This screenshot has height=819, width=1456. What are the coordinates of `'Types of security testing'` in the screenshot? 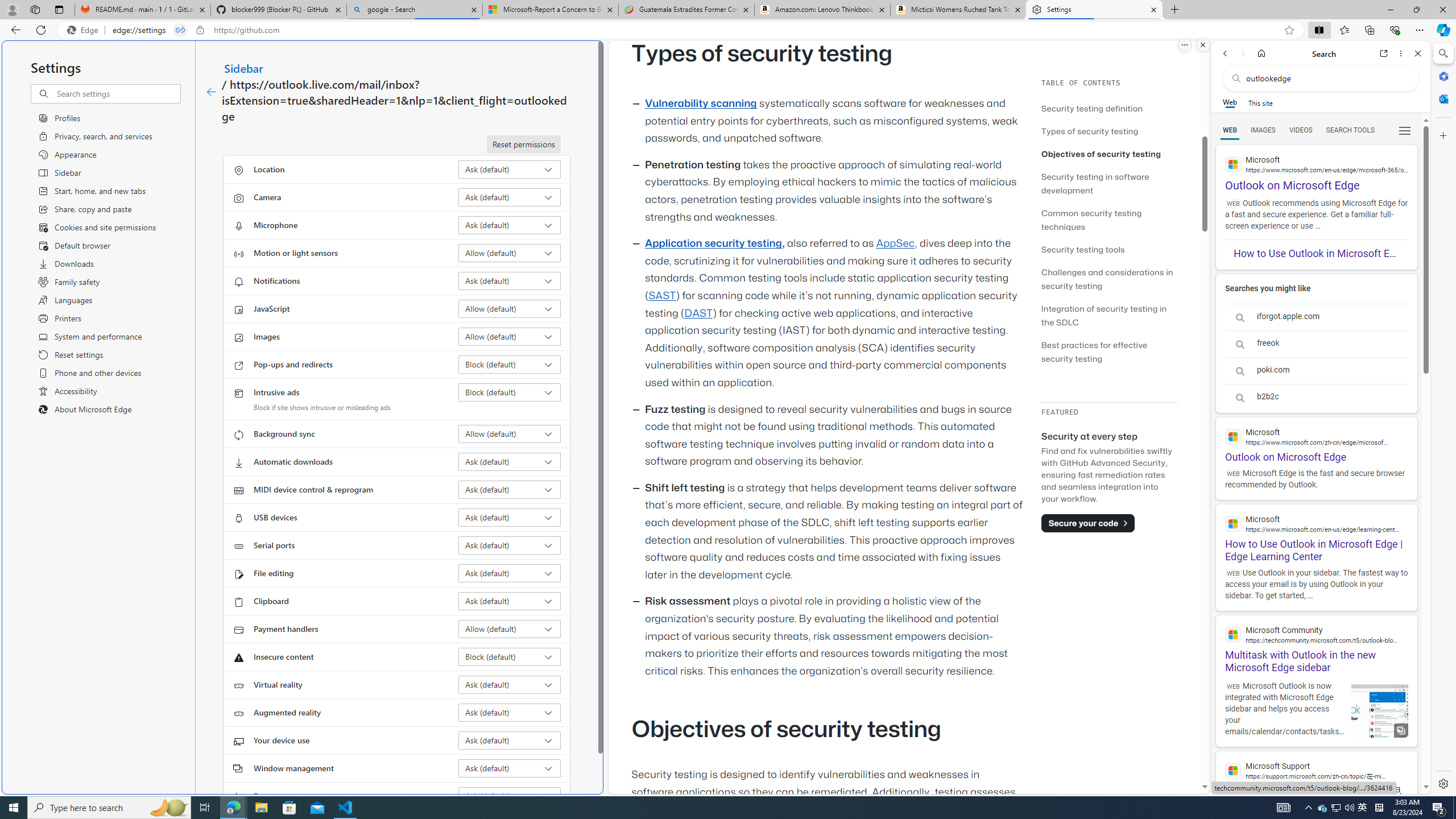 It's located at (1108, 130).